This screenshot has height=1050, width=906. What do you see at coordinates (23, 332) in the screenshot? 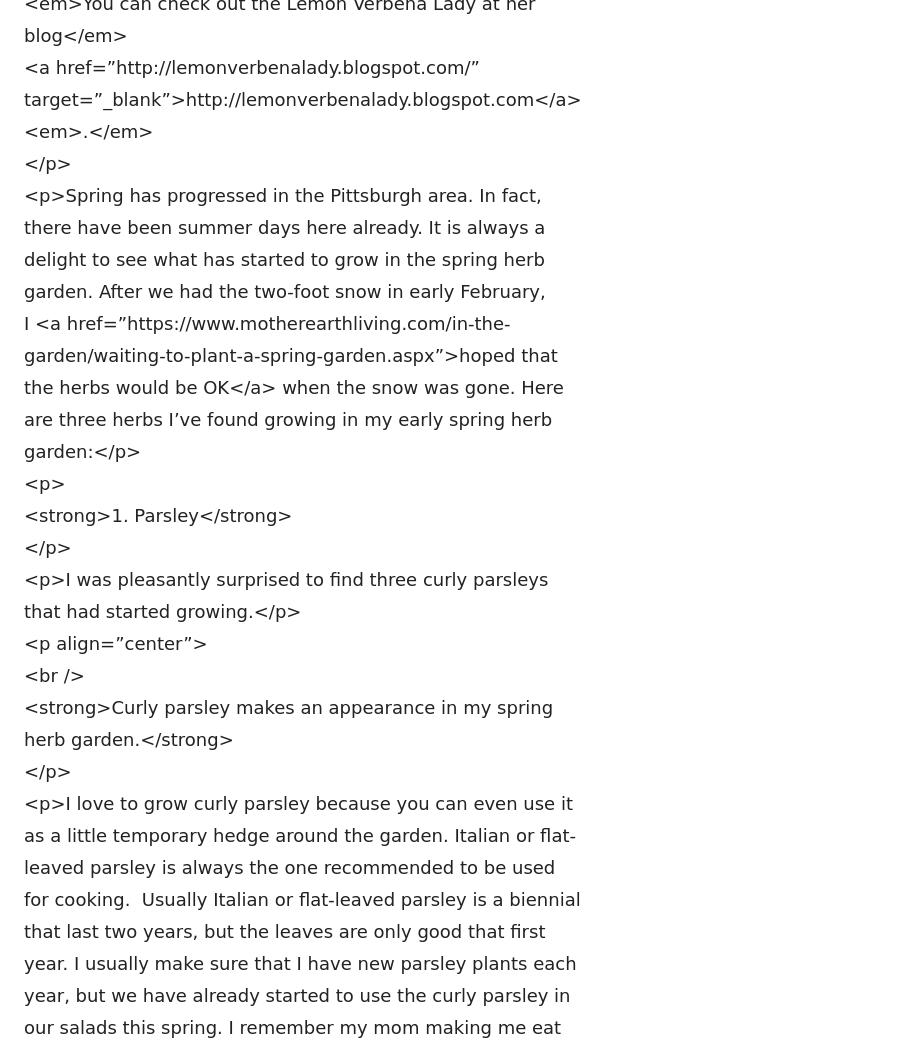
I see `'<p>1. Cream together the shortening and sugar. Add eggs, extracts, salt, baking powder and flour. Mix, then add lemon balm leaves. Mix well and drop by teaspoonfuls onto cookie sheet. </p>'` at bounding box center [23, 332].